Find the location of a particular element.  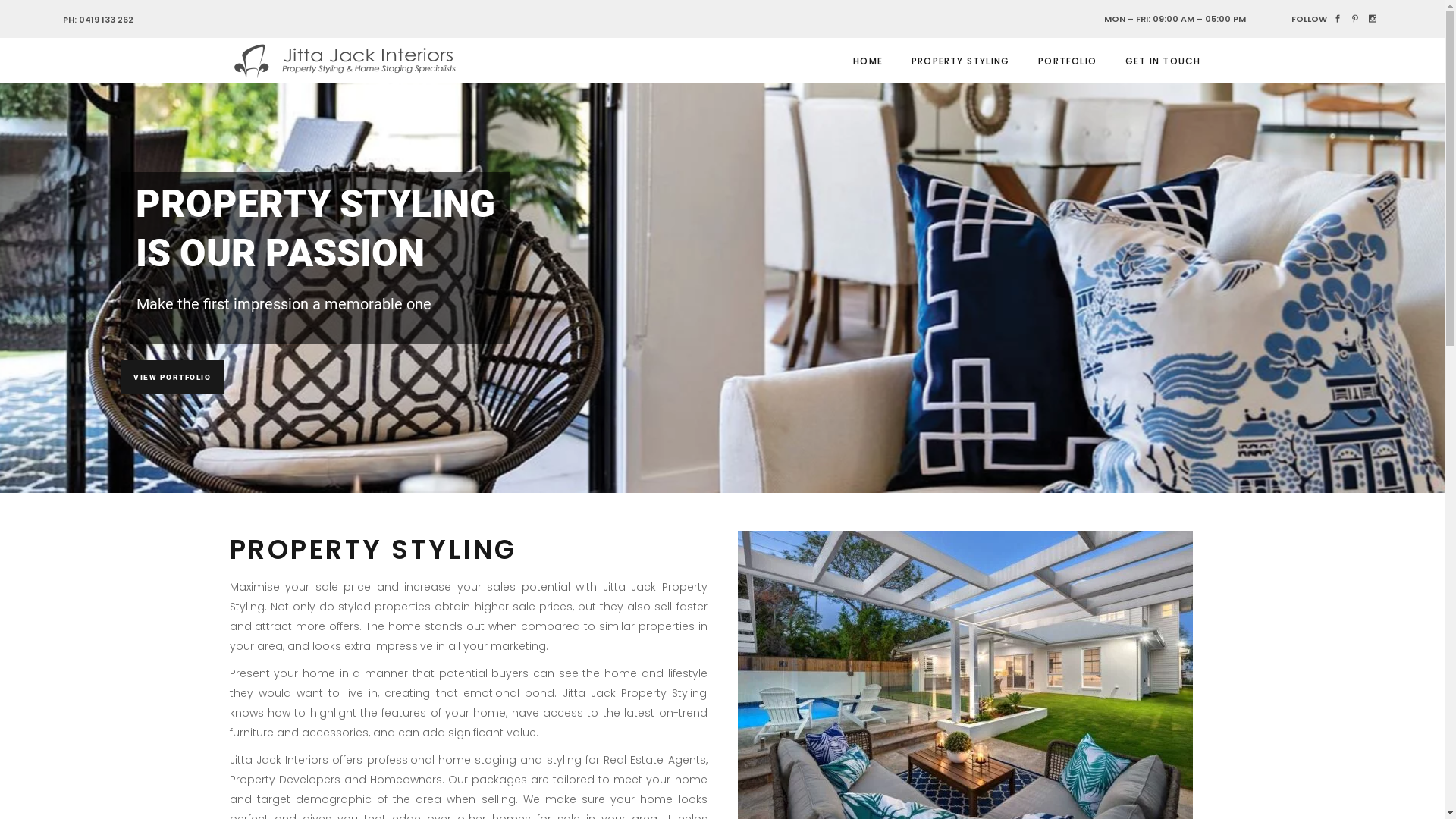

'Portfolio' is located at coordinates (1001, 772).